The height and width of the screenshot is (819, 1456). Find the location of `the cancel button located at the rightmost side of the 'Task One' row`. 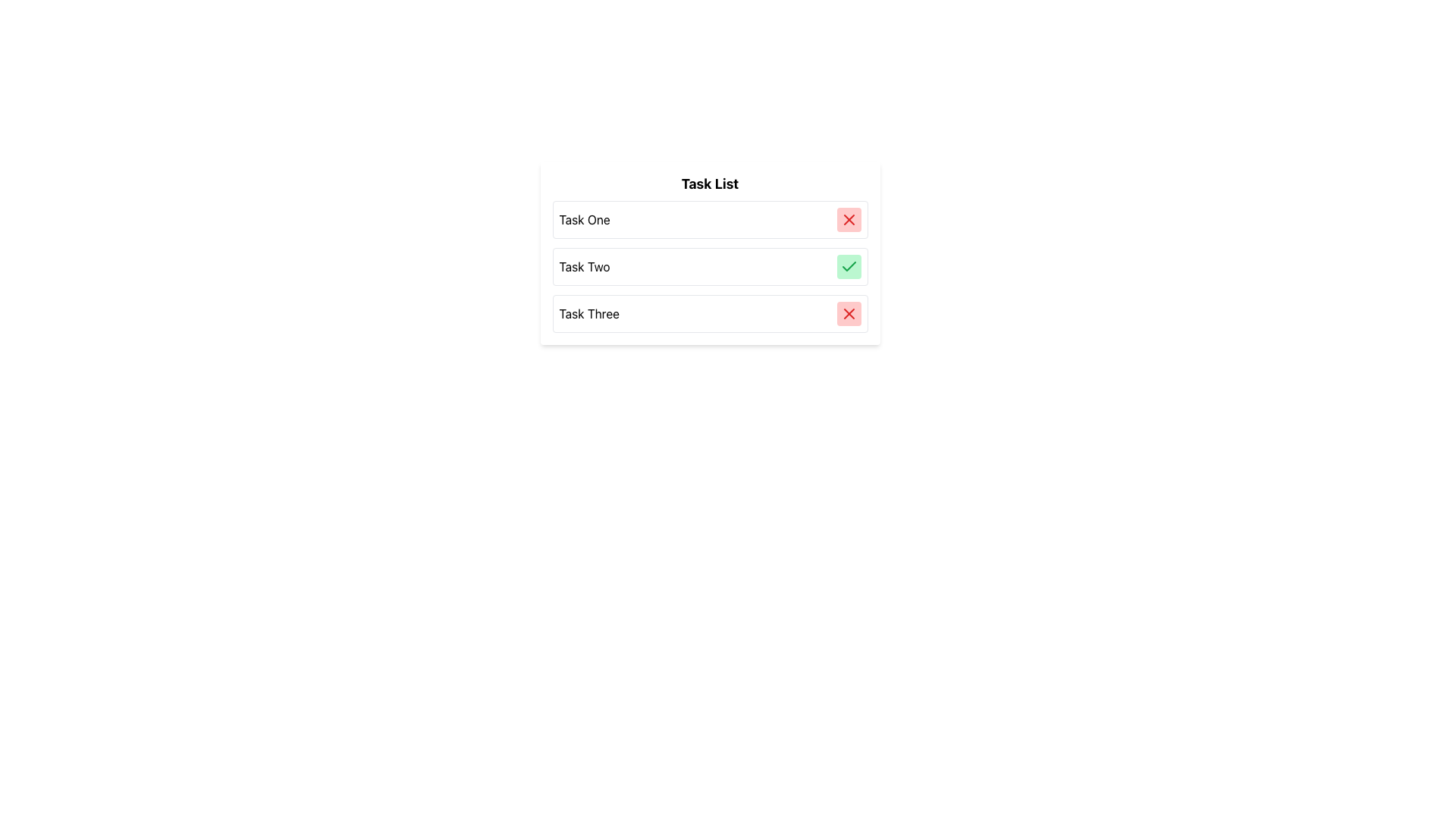

the cancel button located at the rightmost side of the 'Task One' row is located at coordinates (848, 219).